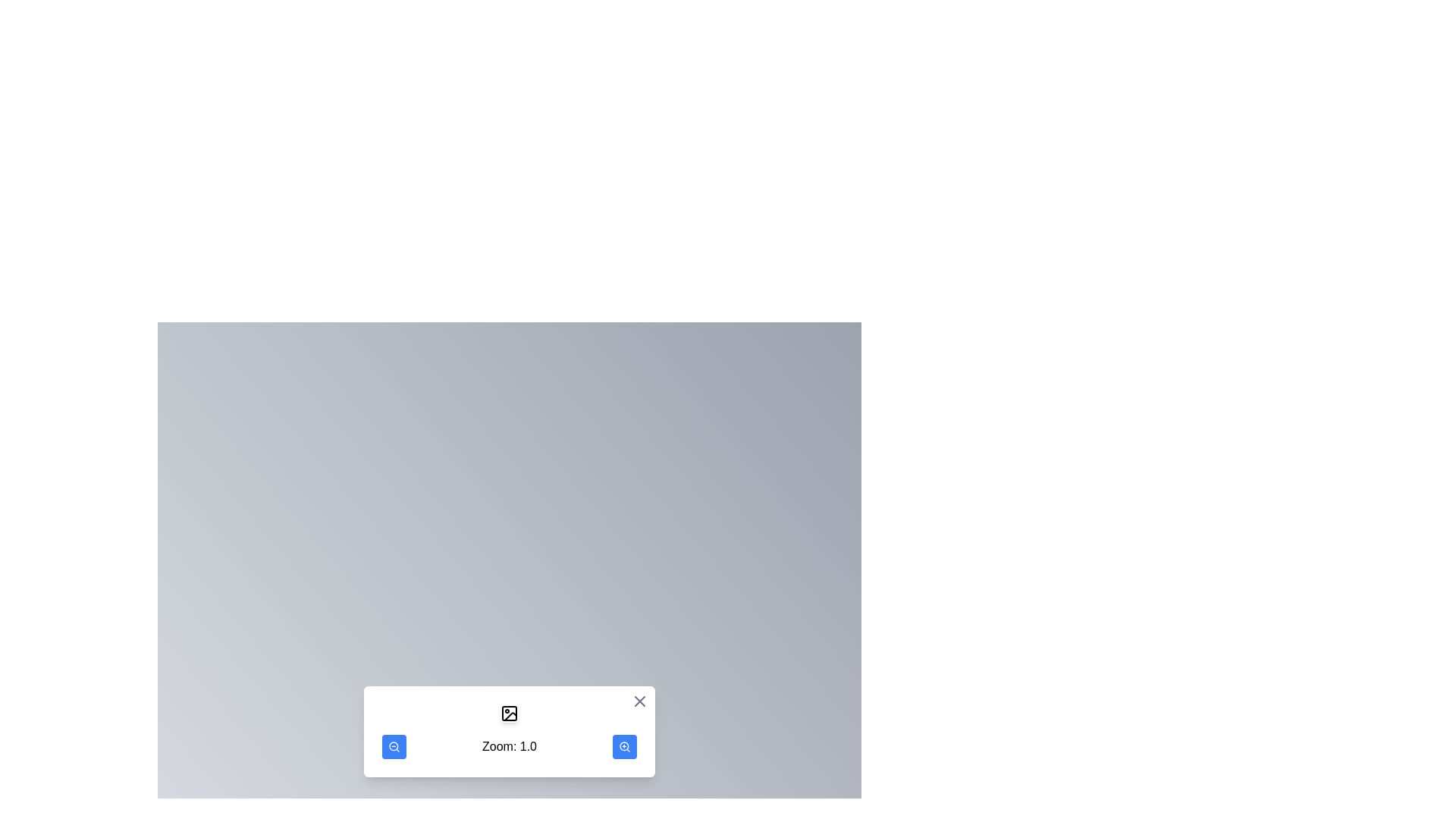 The image size is (1456, 819). What do you see at coordinates (625, 745) in the screenshot?
I see `the zoom-in icon button located at the bottom-left corner of the control panel` at bounding box center [625, 745].